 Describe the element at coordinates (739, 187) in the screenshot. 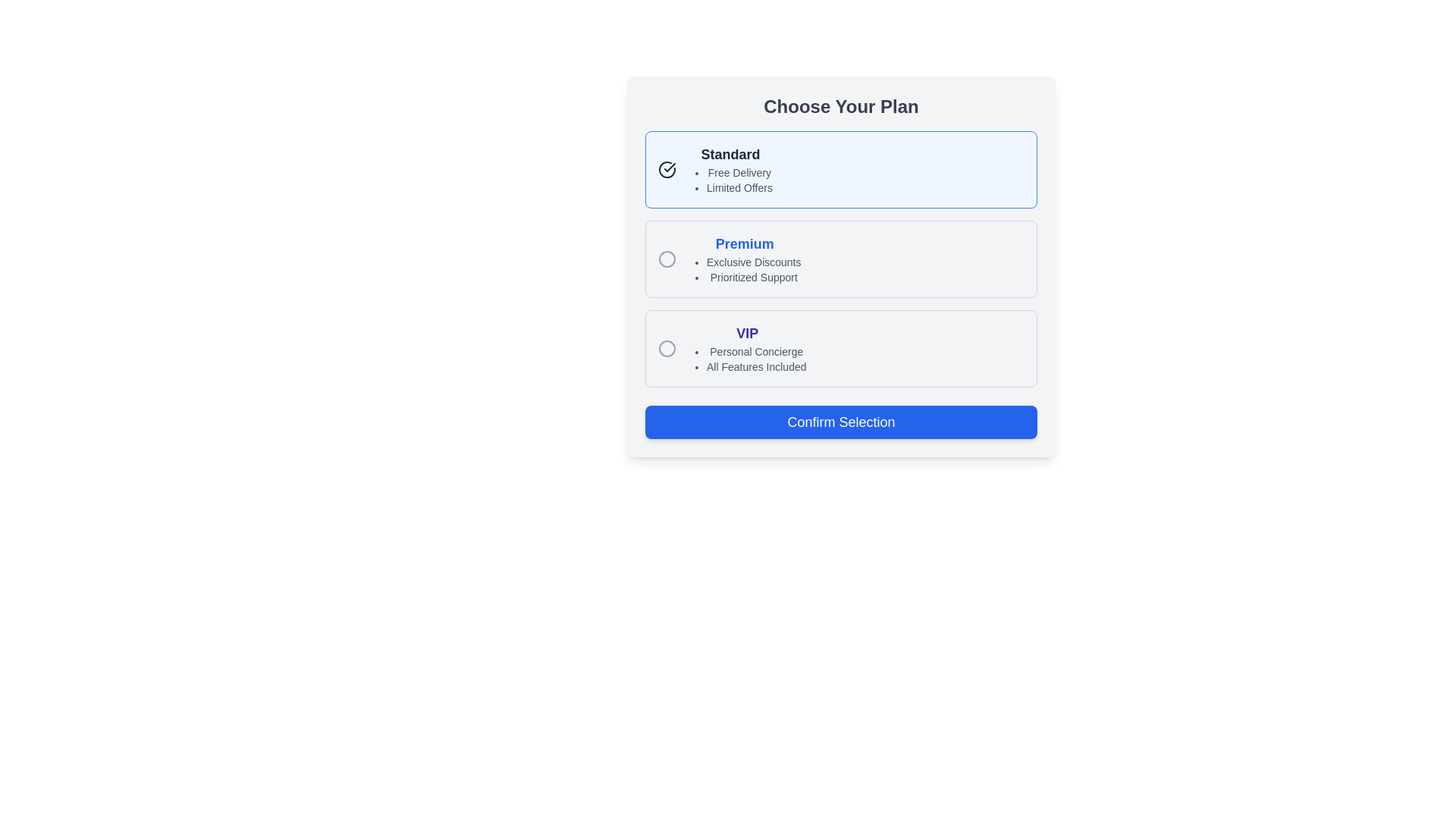

I see `the 'Limited Offers' text element, which is styled in gray and located under the 'Standard' plan, directly below 'Free Delivery'` at that location.